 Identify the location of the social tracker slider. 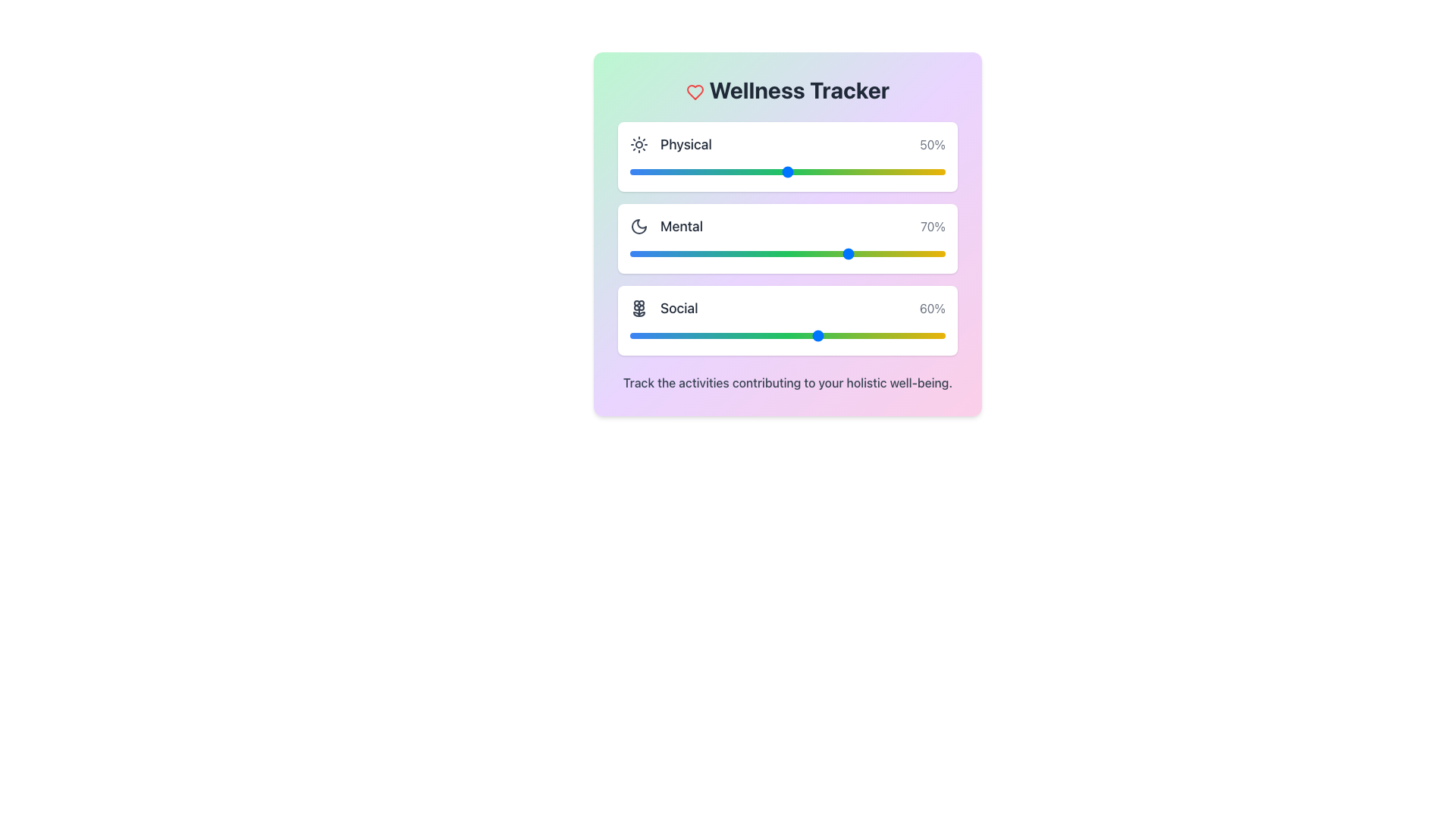
(670, 335).